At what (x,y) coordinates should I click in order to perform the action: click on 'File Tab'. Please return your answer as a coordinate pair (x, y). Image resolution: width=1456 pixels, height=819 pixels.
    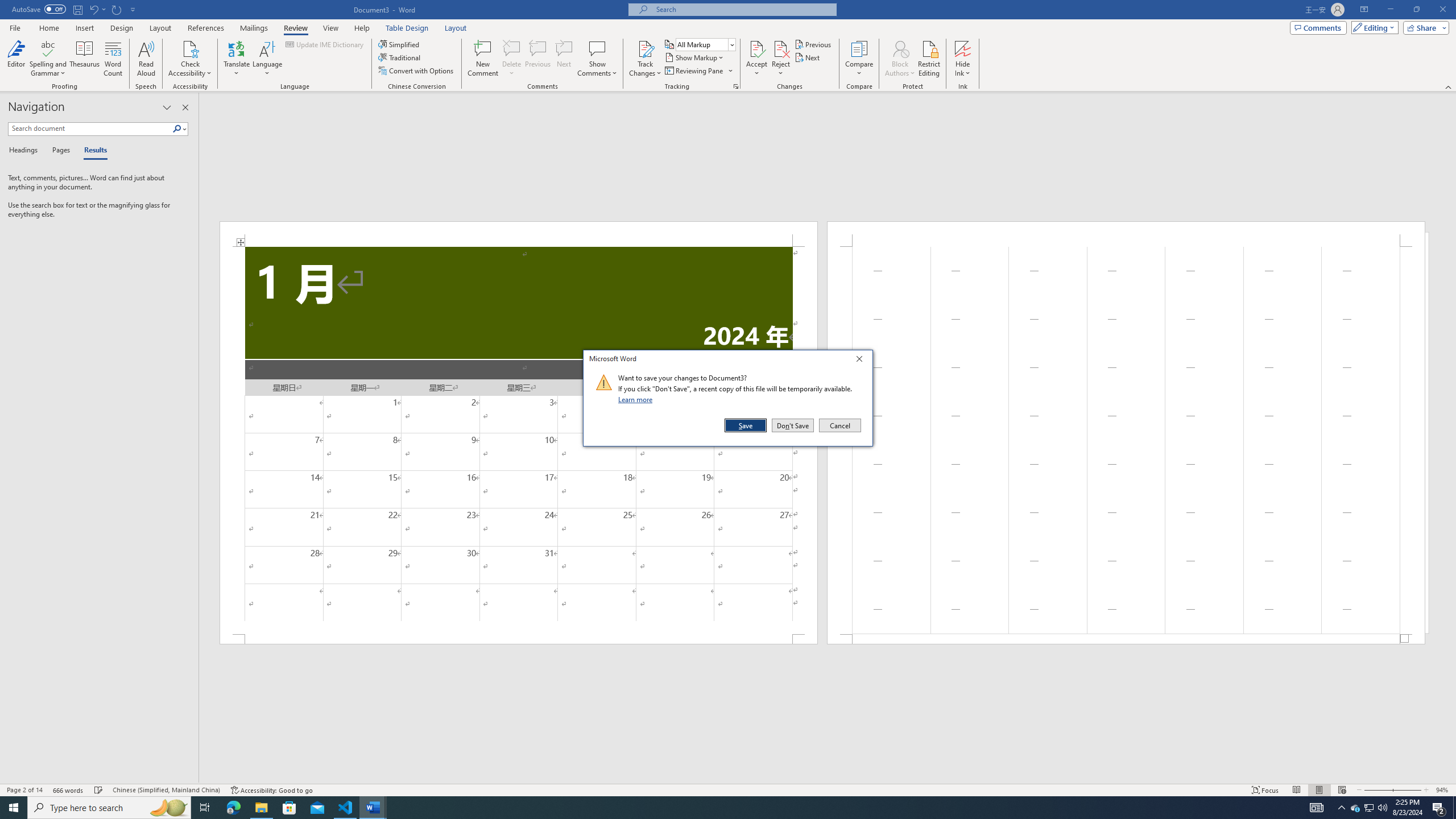
    Looking at the image, I should click on (14, 27).